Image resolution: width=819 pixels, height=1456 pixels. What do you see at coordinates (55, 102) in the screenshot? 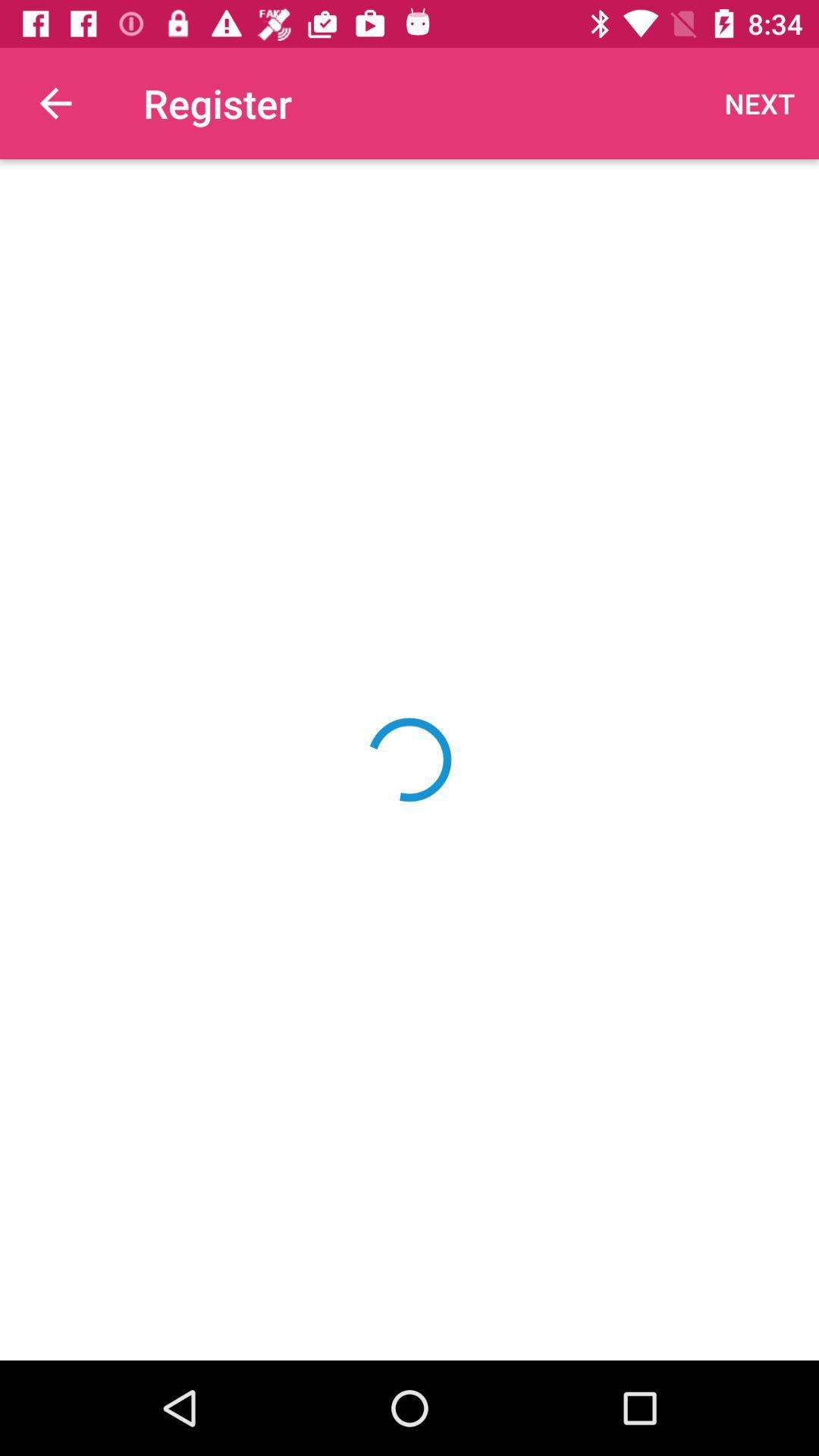
I see `item to the left of the register icon` at bounding box center [55, 102].